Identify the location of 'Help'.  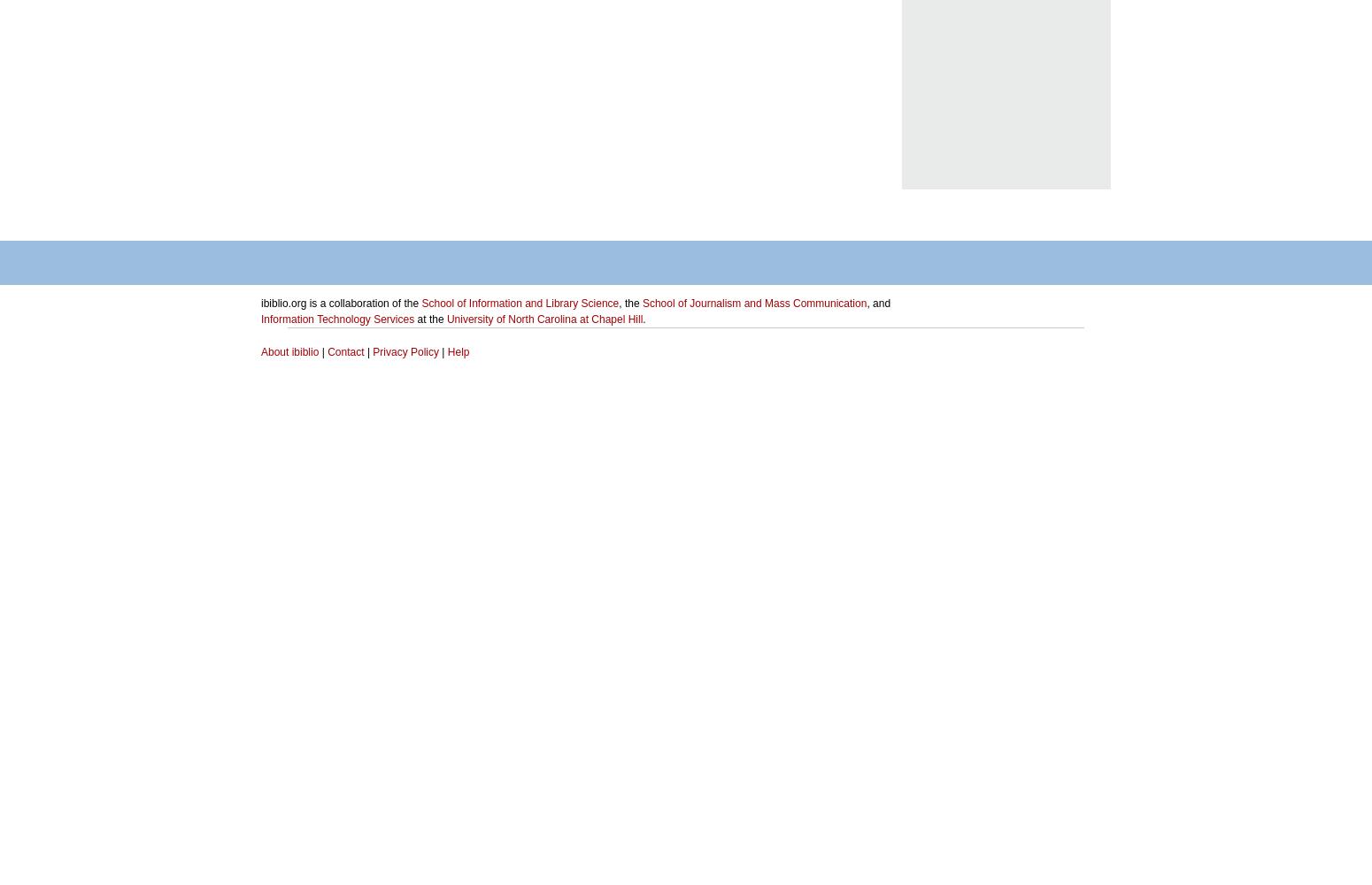
(457, 352).